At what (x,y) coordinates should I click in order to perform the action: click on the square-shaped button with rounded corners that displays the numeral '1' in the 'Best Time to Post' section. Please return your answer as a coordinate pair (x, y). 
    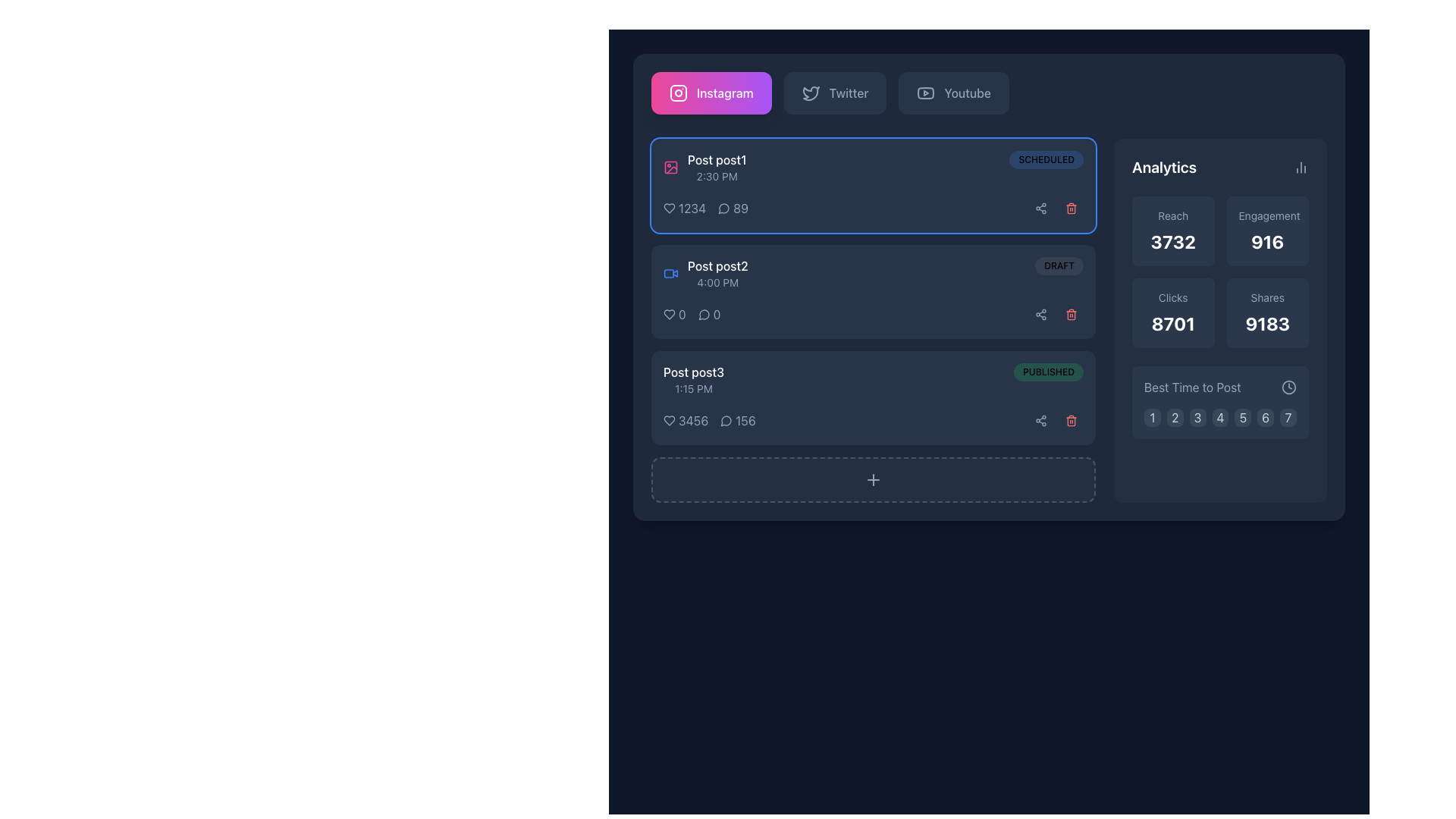
    Looking at the image, I should click on (1152, 418).